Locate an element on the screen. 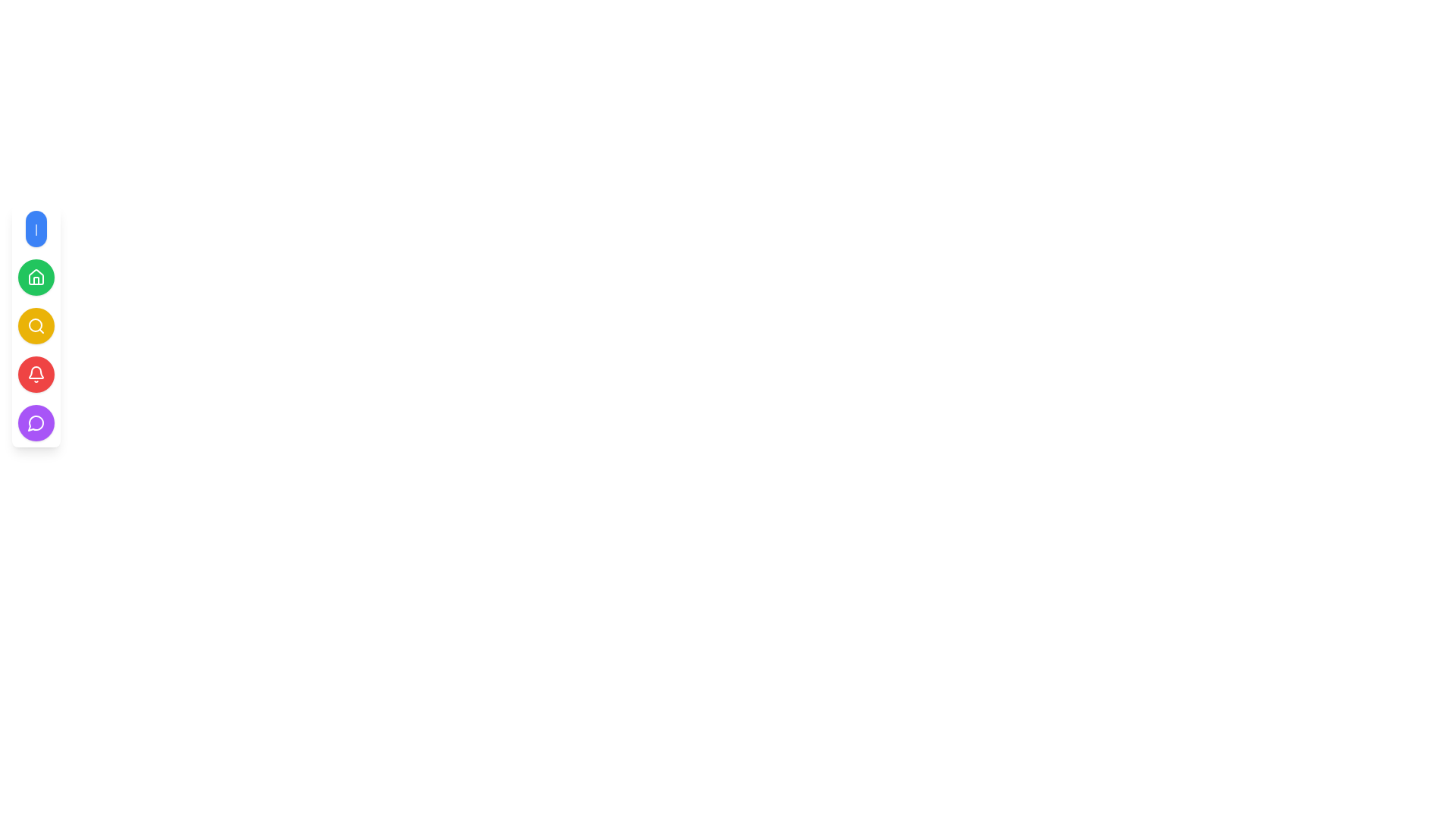 This screenshot has height=819, width=1456. the circular yellow icon located in the vertical toolbar, which is the third icon from the top is located at coordinates (36, 324).